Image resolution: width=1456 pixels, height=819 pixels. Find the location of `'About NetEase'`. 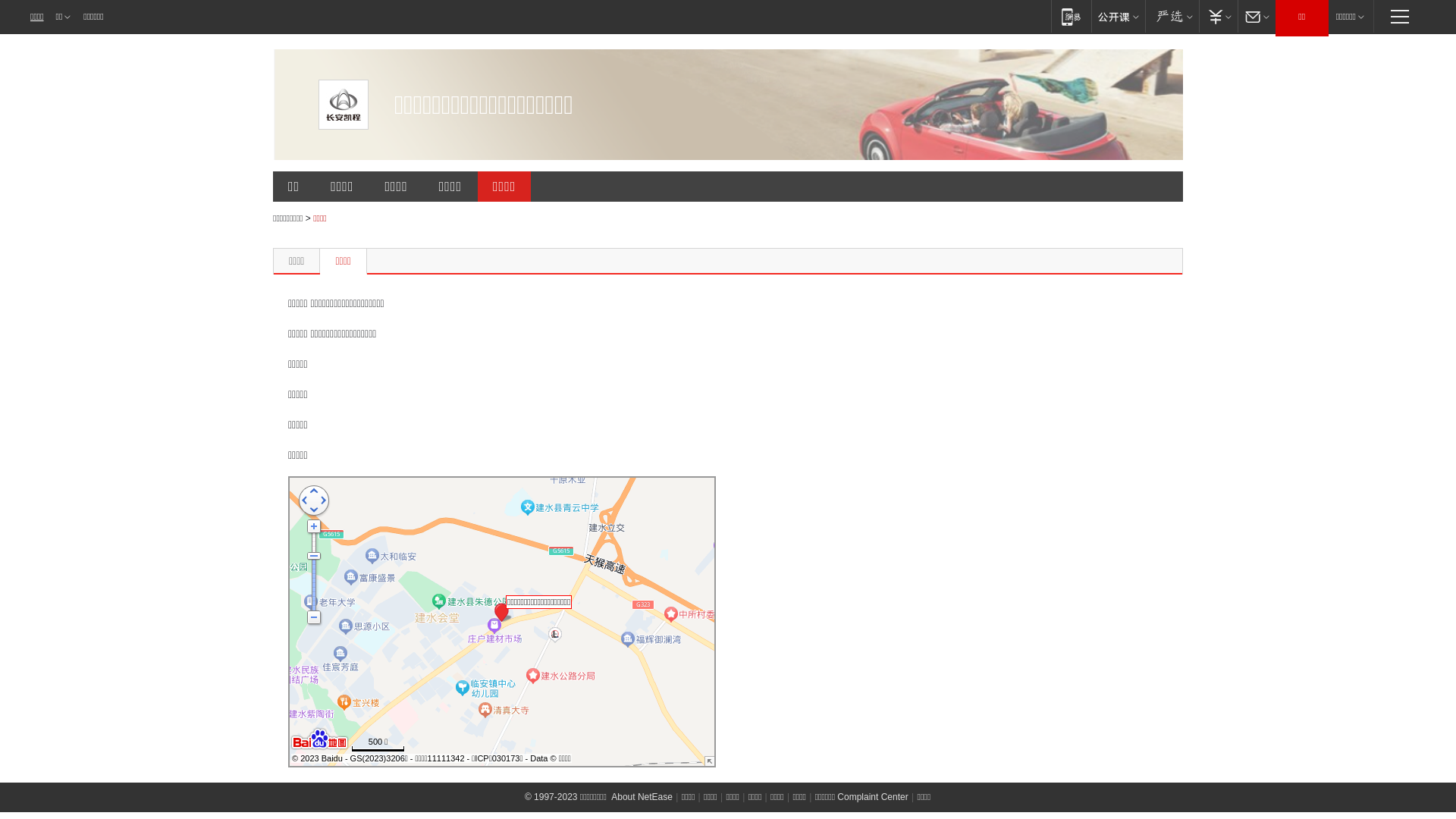

'About NetEase' is located at coordinates (642, 795).